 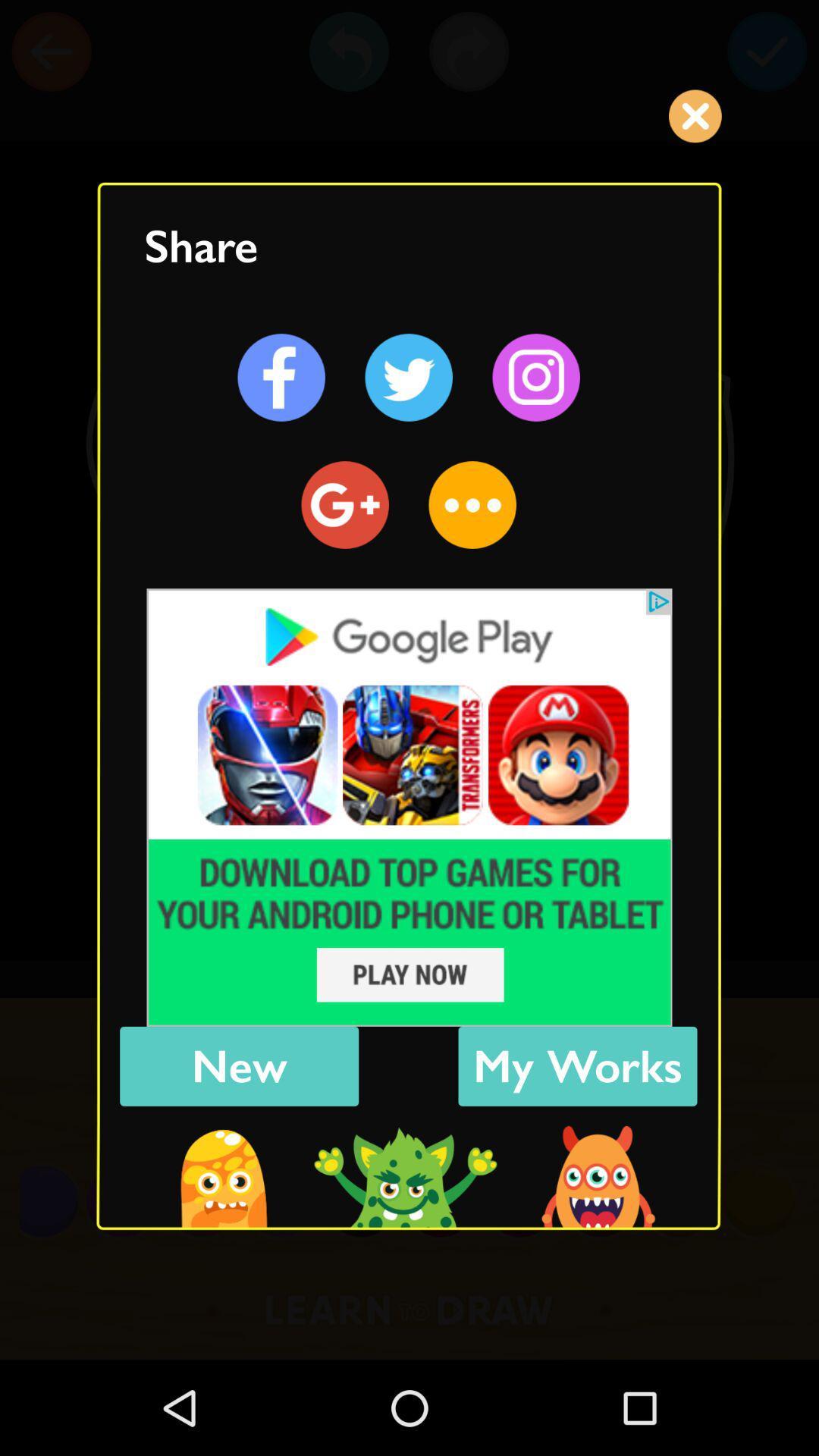 What do you see at coordinates (767, 52) in the screenshot?
I see `the check icon` at bounding box center [767, 52].